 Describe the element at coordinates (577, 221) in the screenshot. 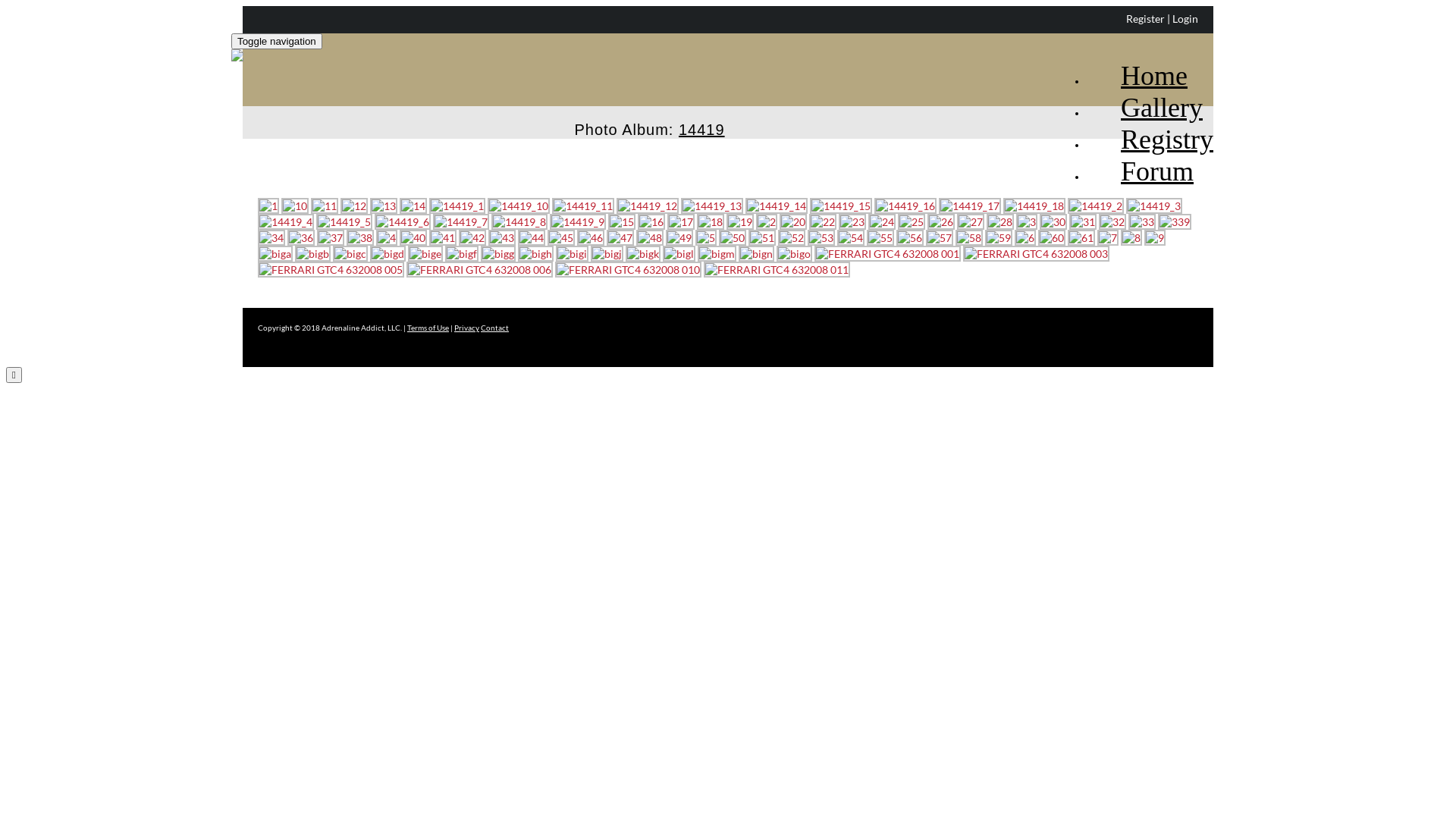

I see `'14419_9 (click to enlarge)'` at that location.